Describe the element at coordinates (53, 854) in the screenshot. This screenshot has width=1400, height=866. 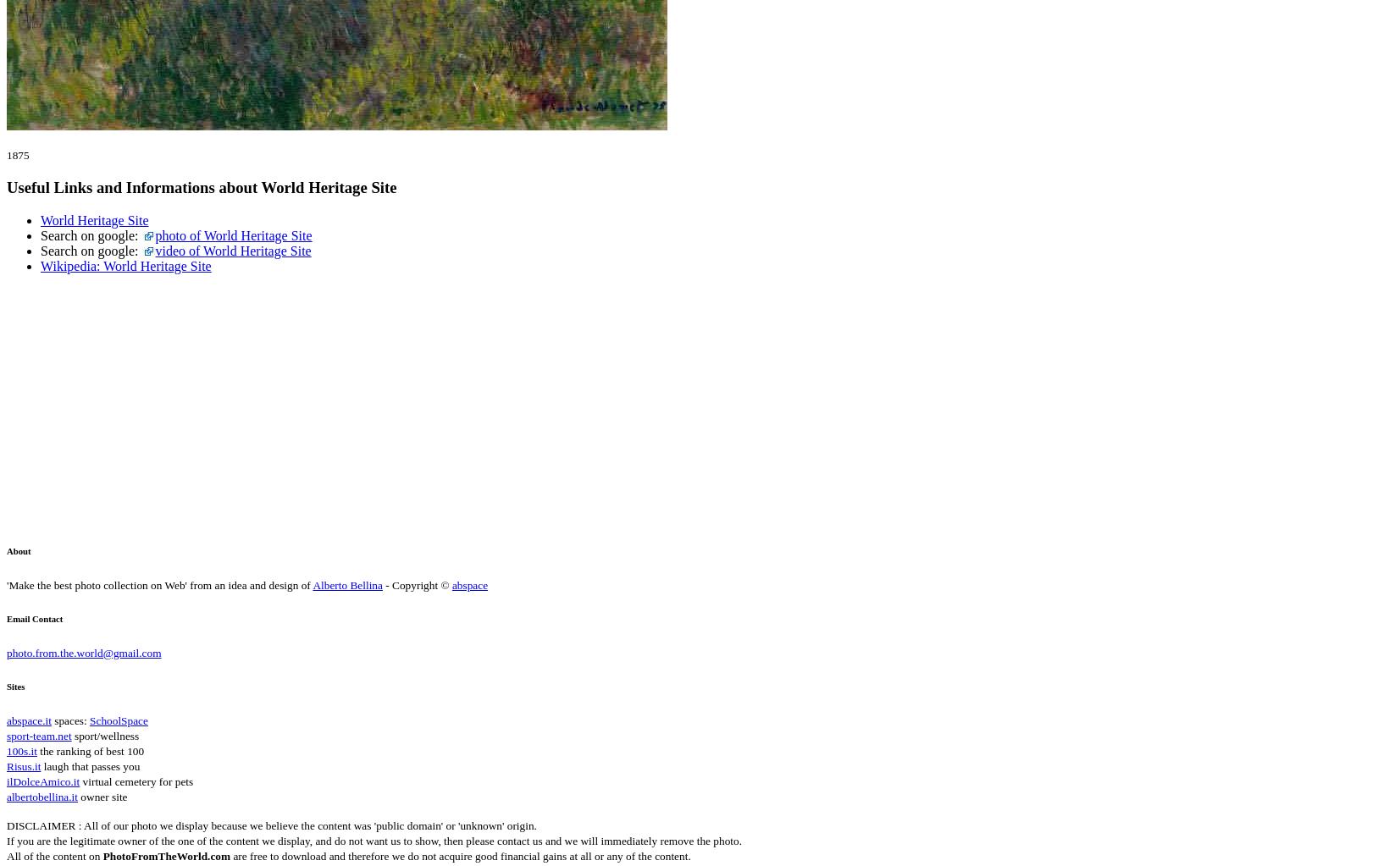
I see `'All of the content on'` at that location.